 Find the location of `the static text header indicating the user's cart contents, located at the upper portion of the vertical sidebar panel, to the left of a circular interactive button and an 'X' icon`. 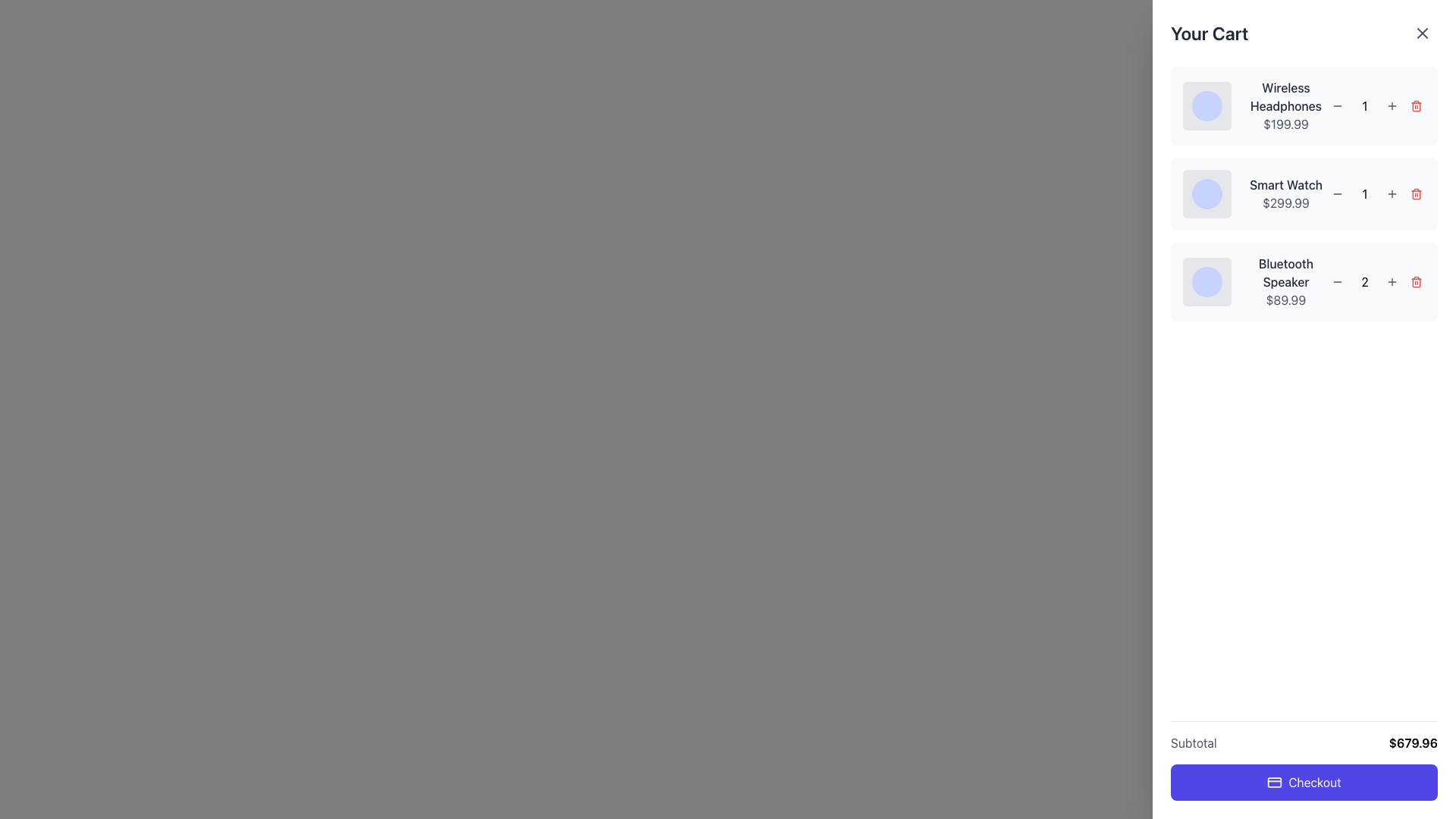

the static text header indicating the user's cart contents, located at the upper portion of the vertical sidebar panel, to the left of a circular interactive button and an 'X' icon is located at coordinates (1209, 33).